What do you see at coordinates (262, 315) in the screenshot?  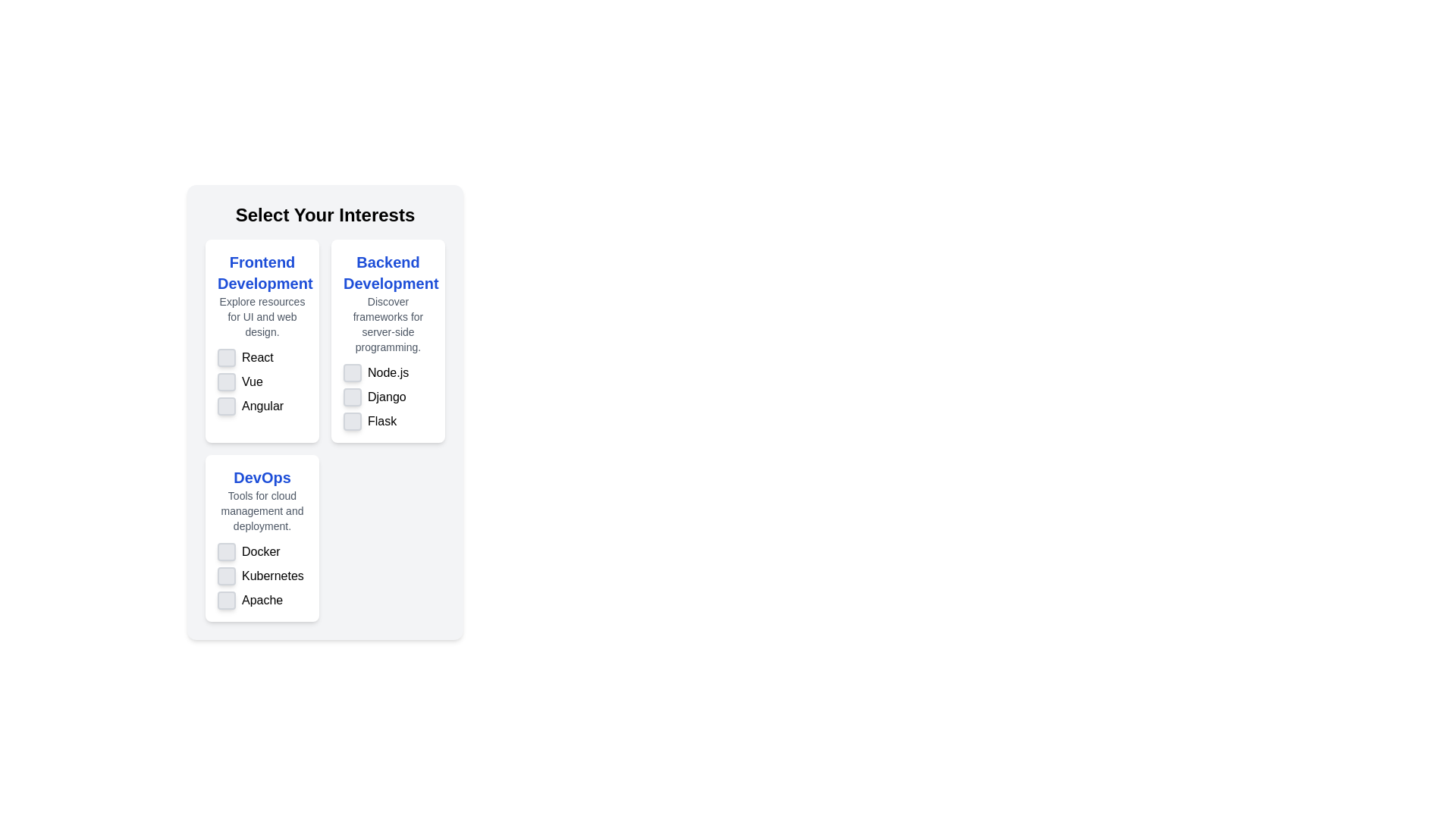 I see `the static text providing additional descriptive information located beneath the title 'Frontend Development' in the leftmost card` at bounding box center [262, 315].